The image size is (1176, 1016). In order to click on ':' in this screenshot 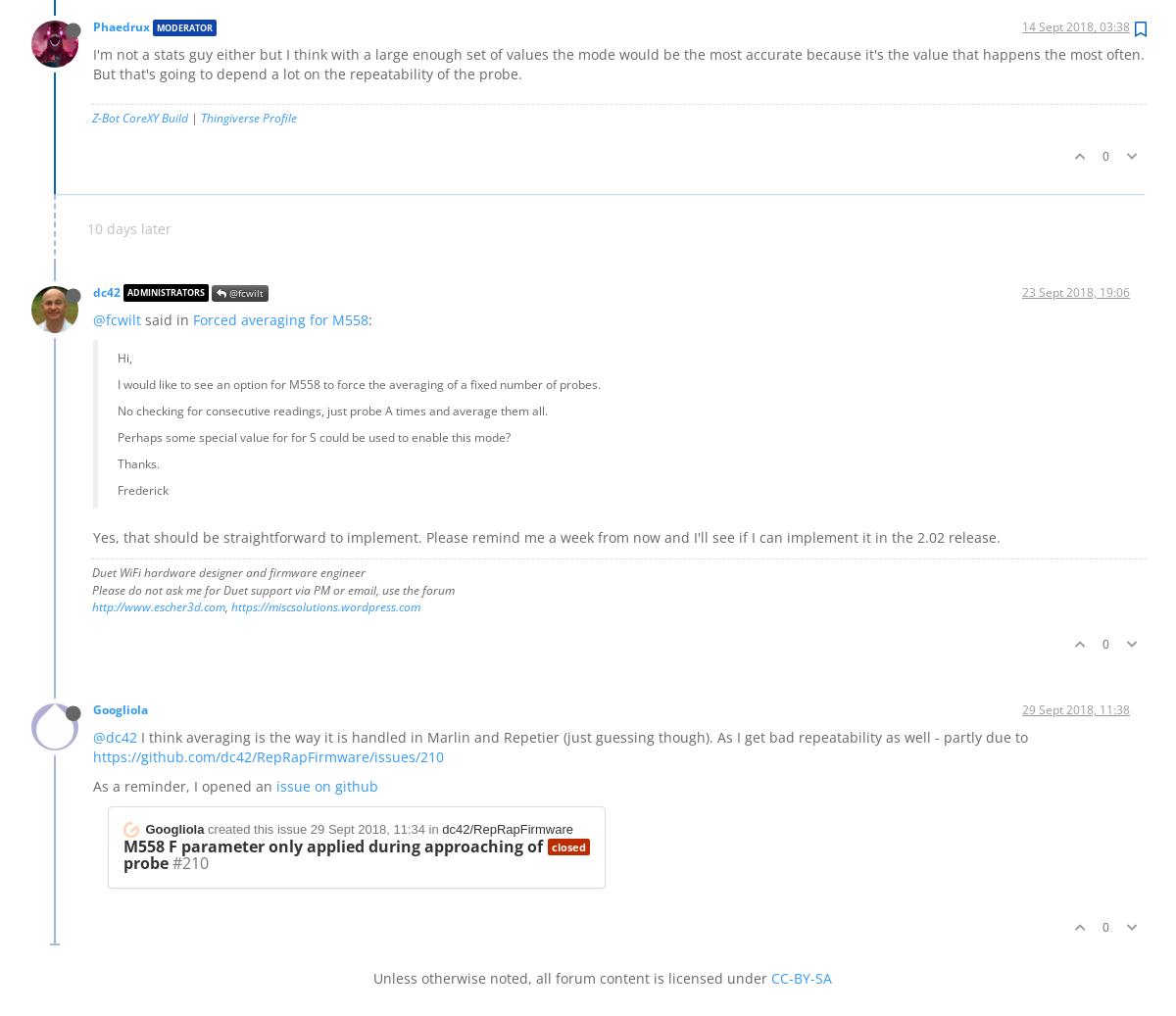, I will do `click(370, 317)`.